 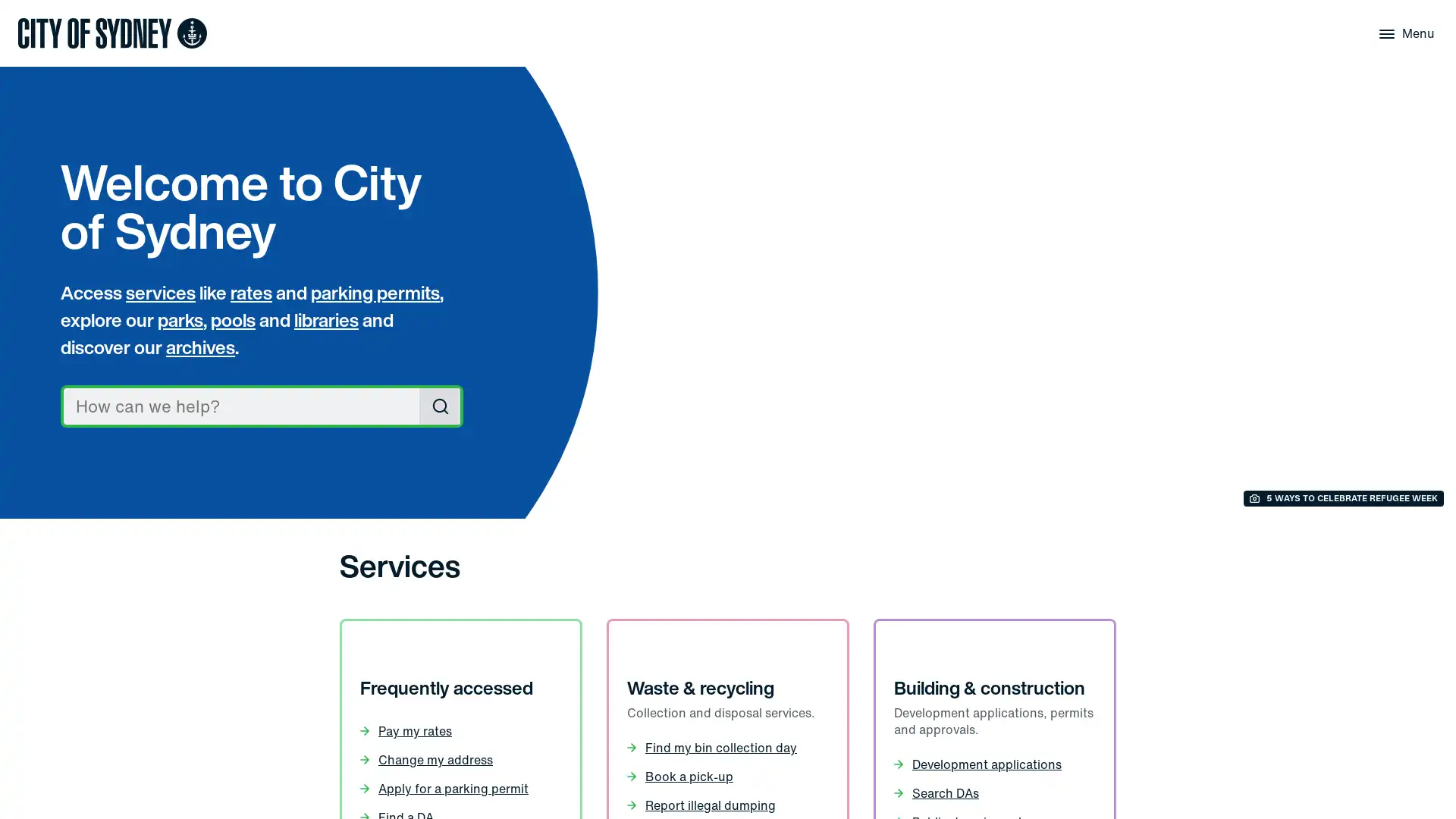 I want to click on Toggle image caption, so click(x=1343, y=498).